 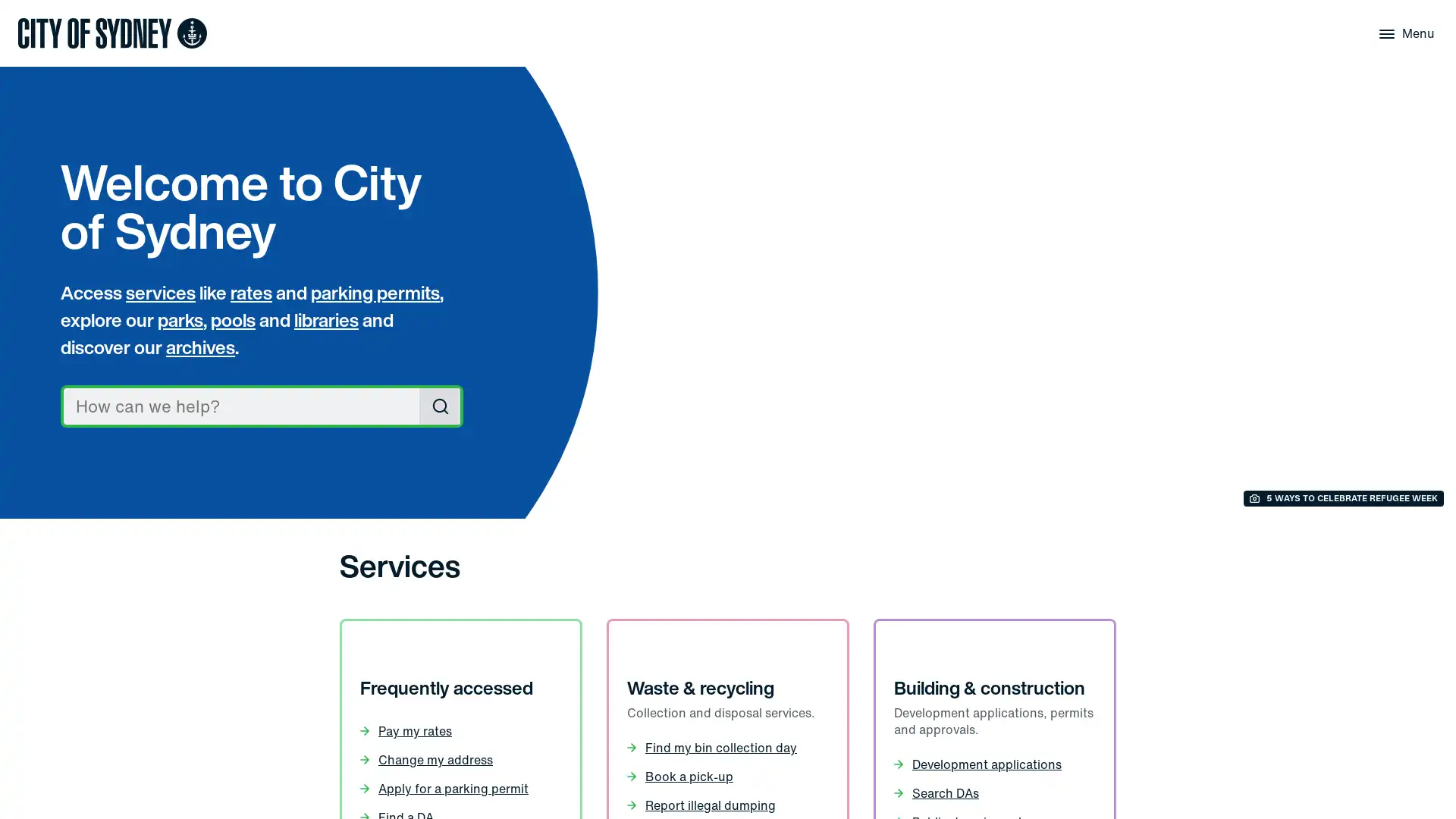 I want to click on Toggle image caption, so click(x=1343, y=498).